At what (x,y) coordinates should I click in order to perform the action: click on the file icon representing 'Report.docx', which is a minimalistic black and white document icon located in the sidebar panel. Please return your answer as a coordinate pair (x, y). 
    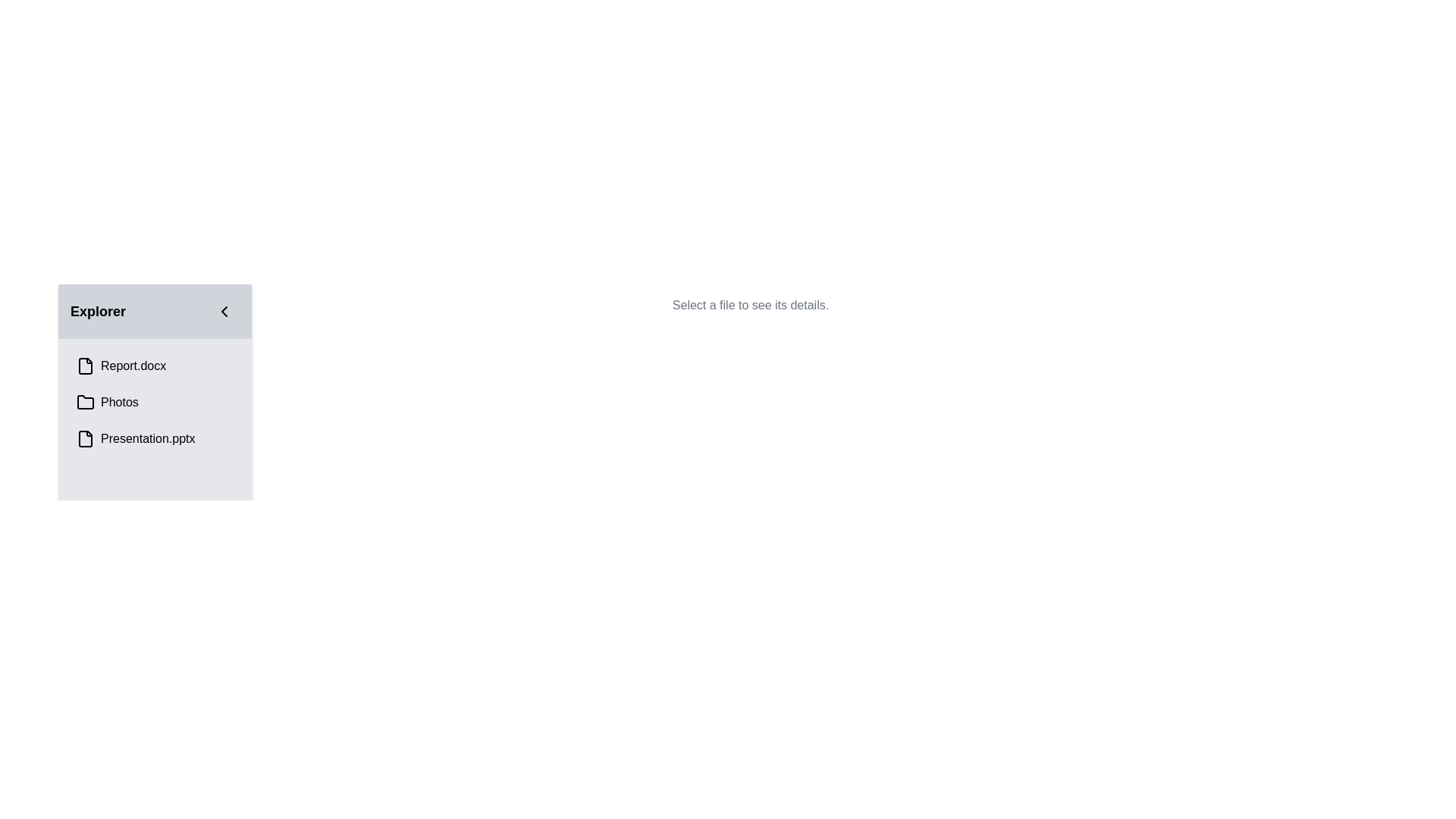
    Looking at the image, I should click on (85, 366).